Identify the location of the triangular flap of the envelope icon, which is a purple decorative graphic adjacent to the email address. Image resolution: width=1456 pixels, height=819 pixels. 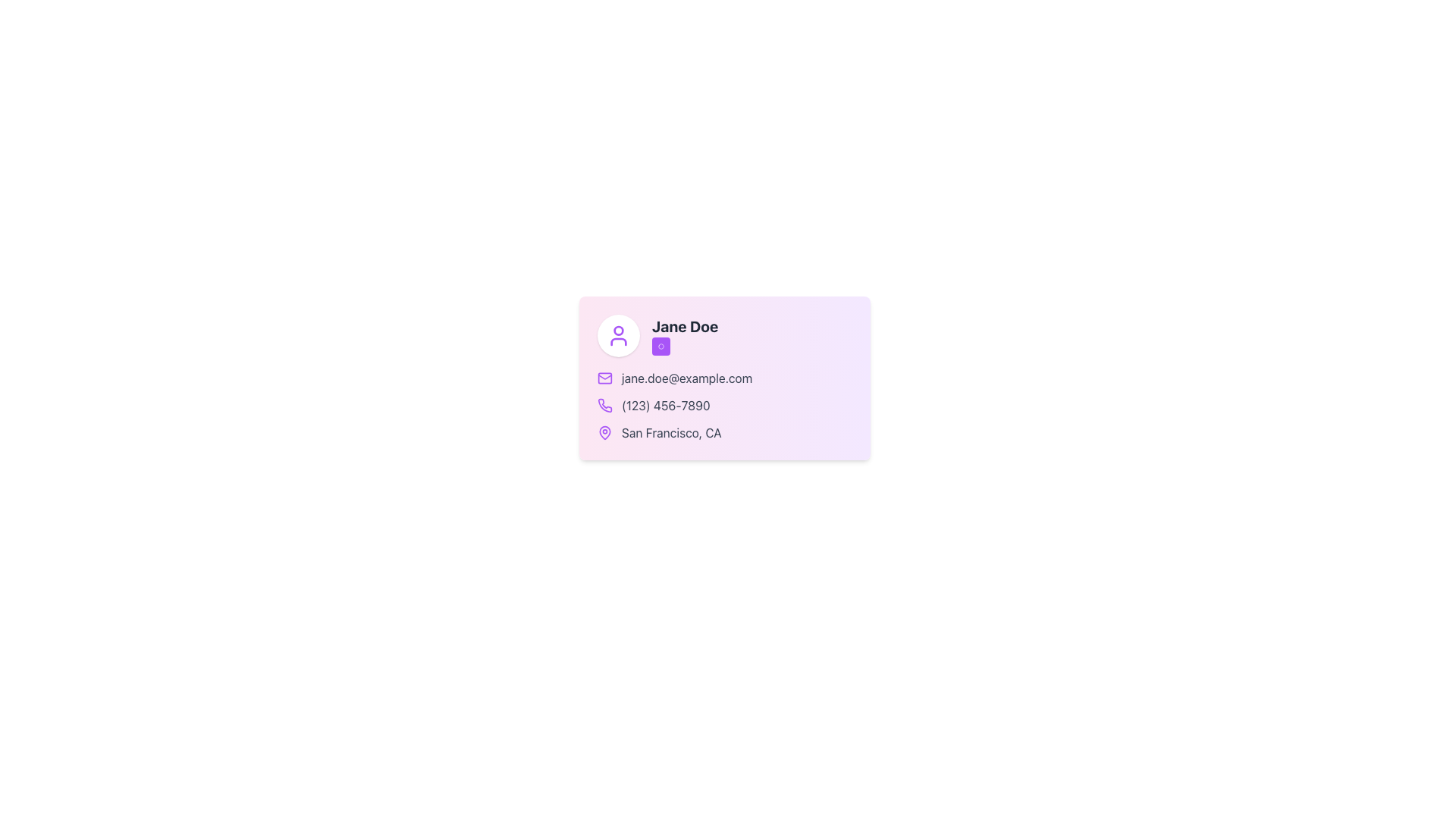
(604, 376).